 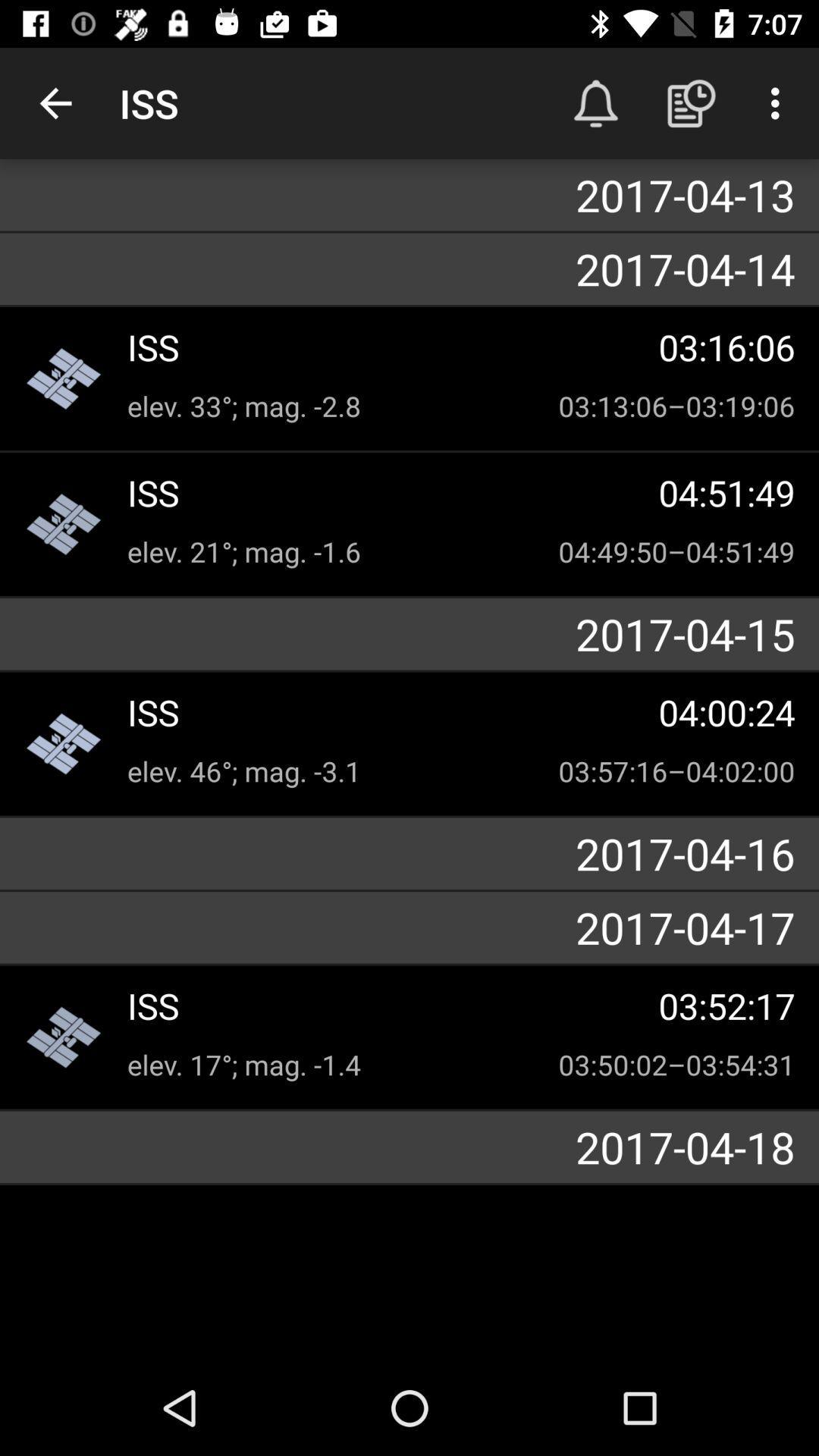 What do you see at coordinates (55, 102) in the screenshot?
I see `icon above the 2017-04-13 icon` at bounding box center [55, 102].